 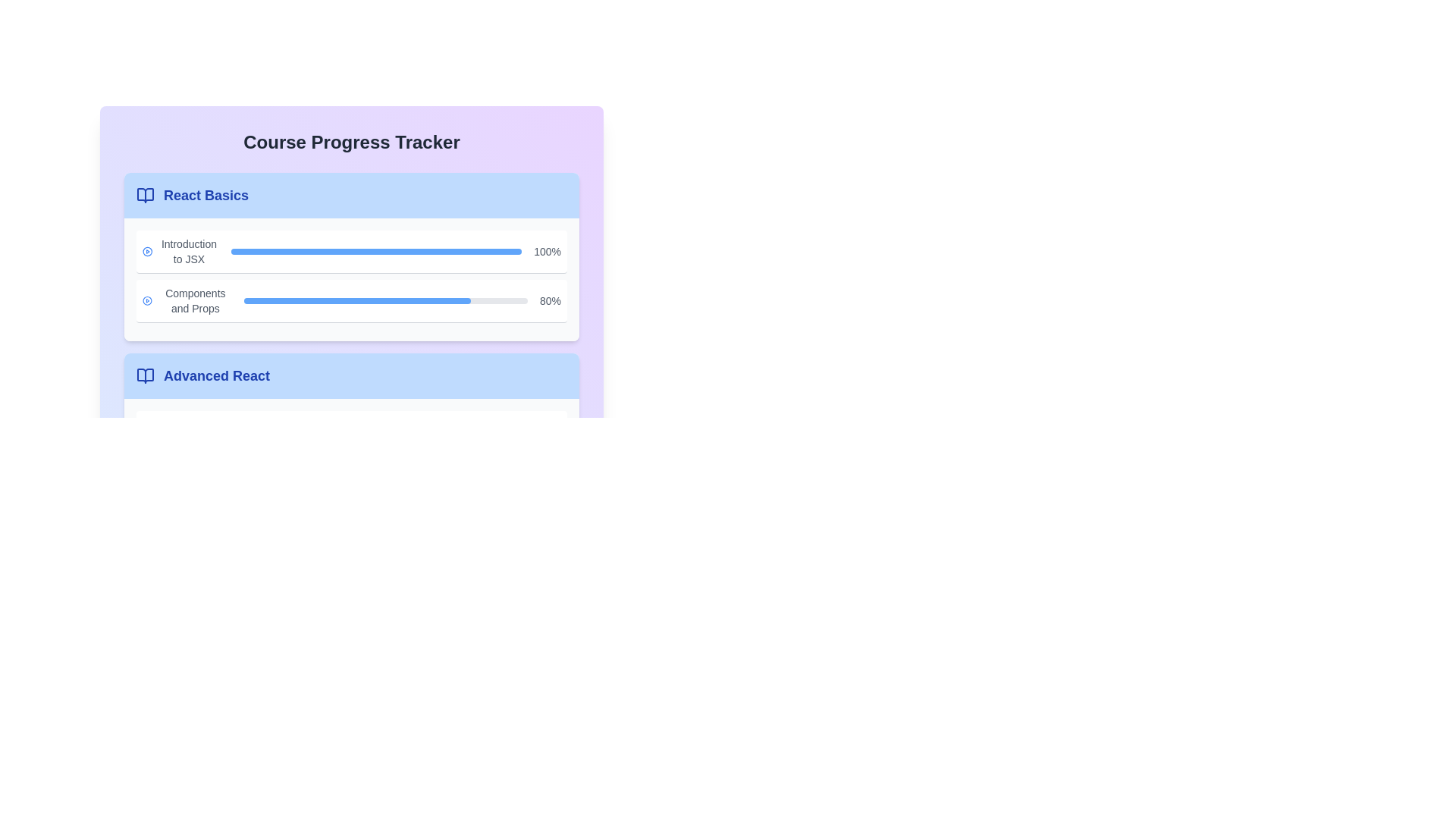 What do you see at coordinates (147, 301) in the screenshot?
I see `the SVG circle representing the play button for the 'Components and Props' course module located in the 'React Basics' section` at bounding box center [147, 301].